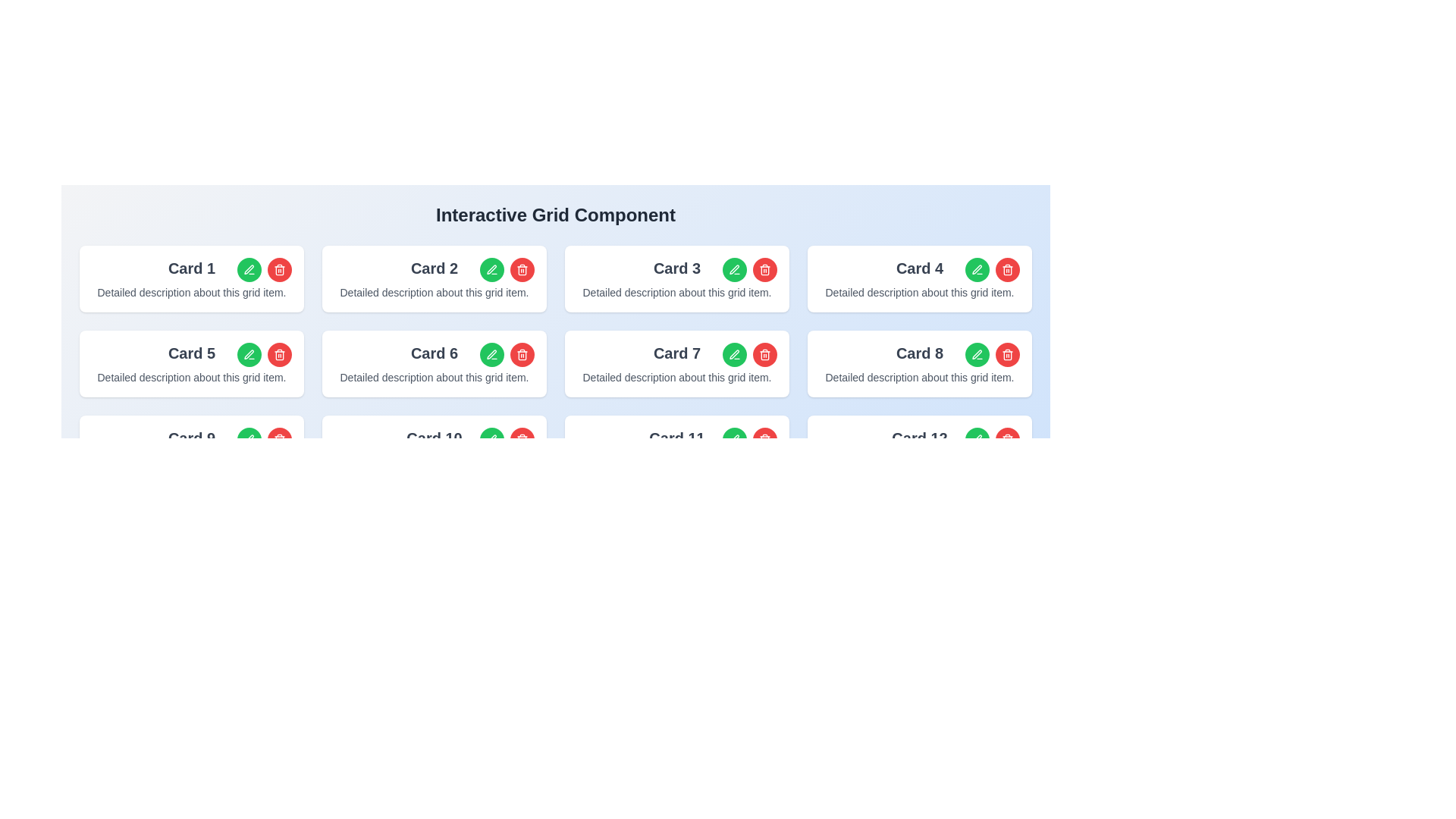 The height and width of the screenshot is (819, 1456). Describe the element at coordinates (749, 439) in the screenshot. I see `the red trash can button located in the top-right corner of the 'Card 11' grid cell` at that location.